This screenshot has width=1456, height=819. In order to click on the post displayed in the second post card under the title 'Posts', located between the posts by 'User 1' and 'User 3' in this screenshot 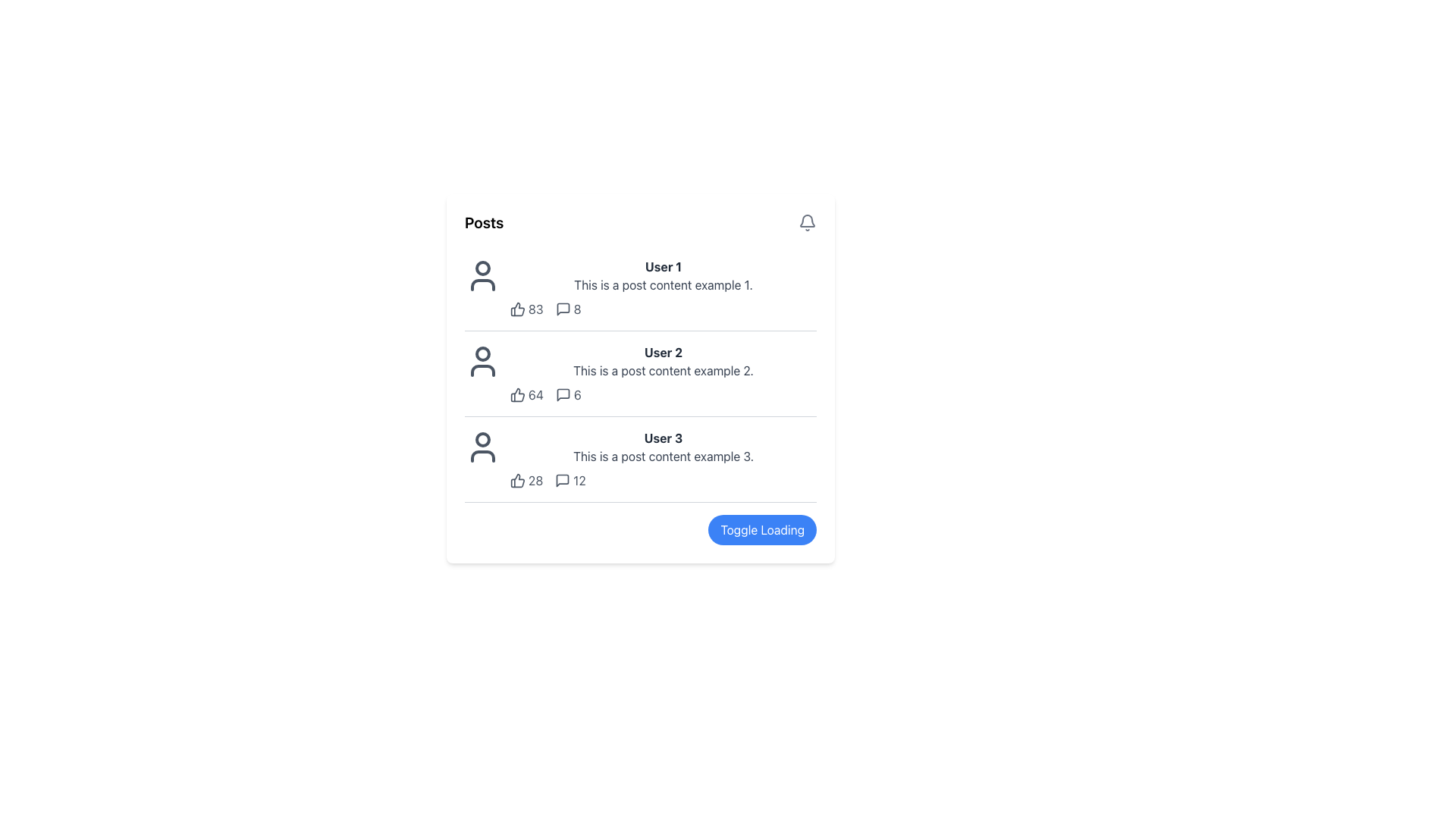, I will do `click(640, 374)`.